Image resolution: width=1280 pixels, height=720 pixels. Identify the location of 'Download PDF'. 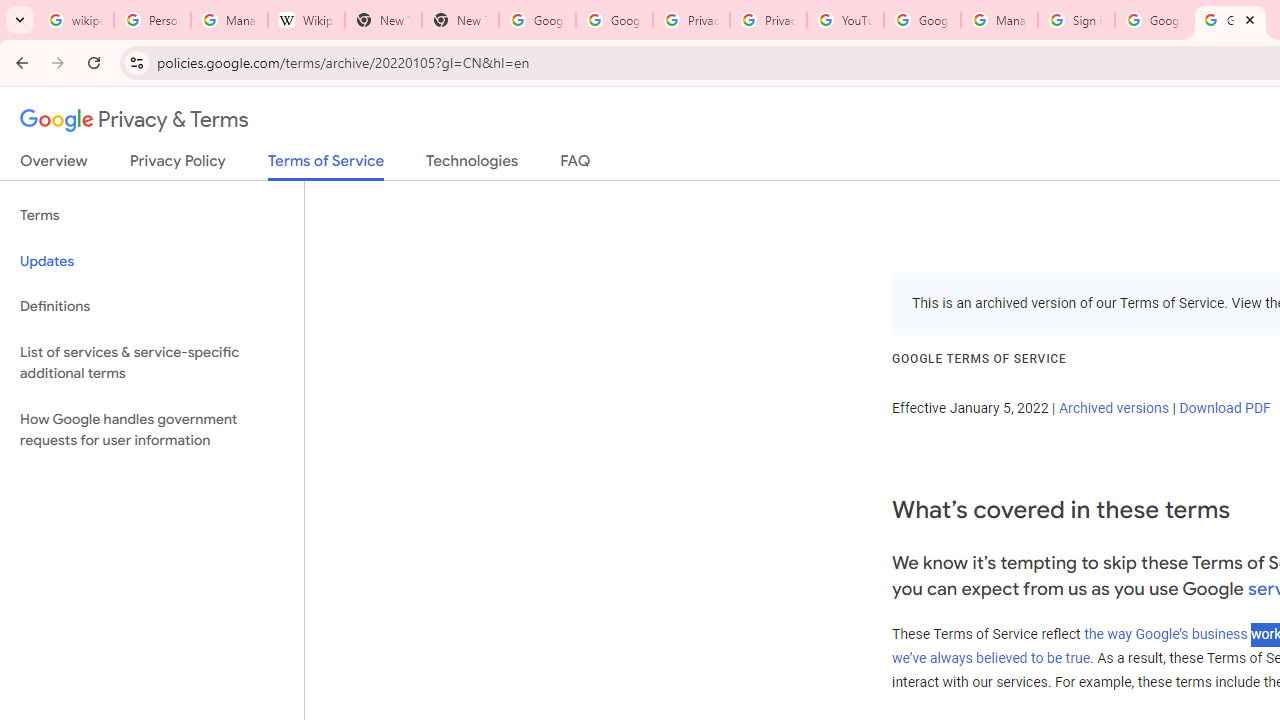
(1223, 406).